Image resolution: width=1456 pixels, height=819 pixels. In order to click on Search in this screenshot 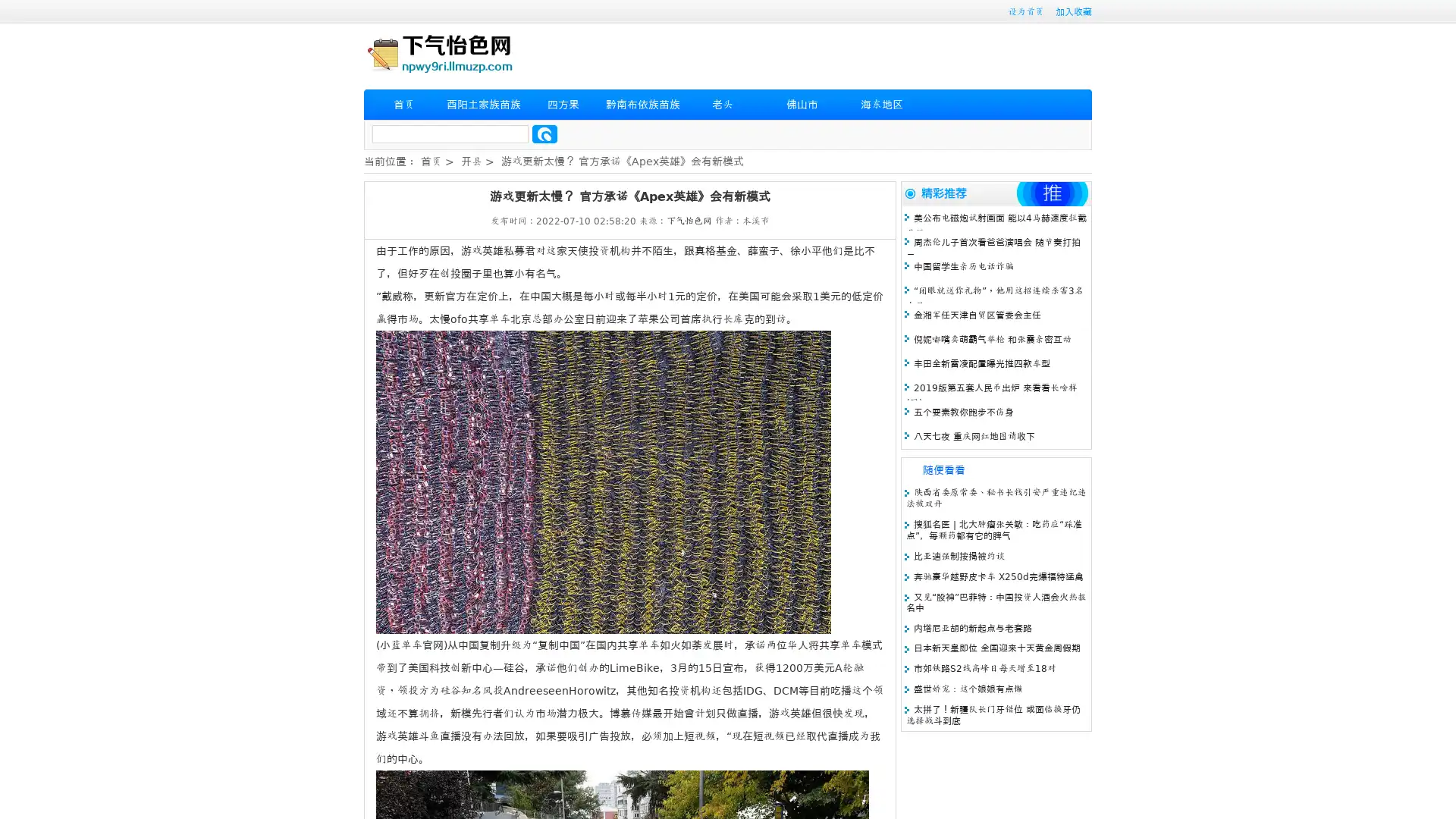, I will do `click(544, 133)`.